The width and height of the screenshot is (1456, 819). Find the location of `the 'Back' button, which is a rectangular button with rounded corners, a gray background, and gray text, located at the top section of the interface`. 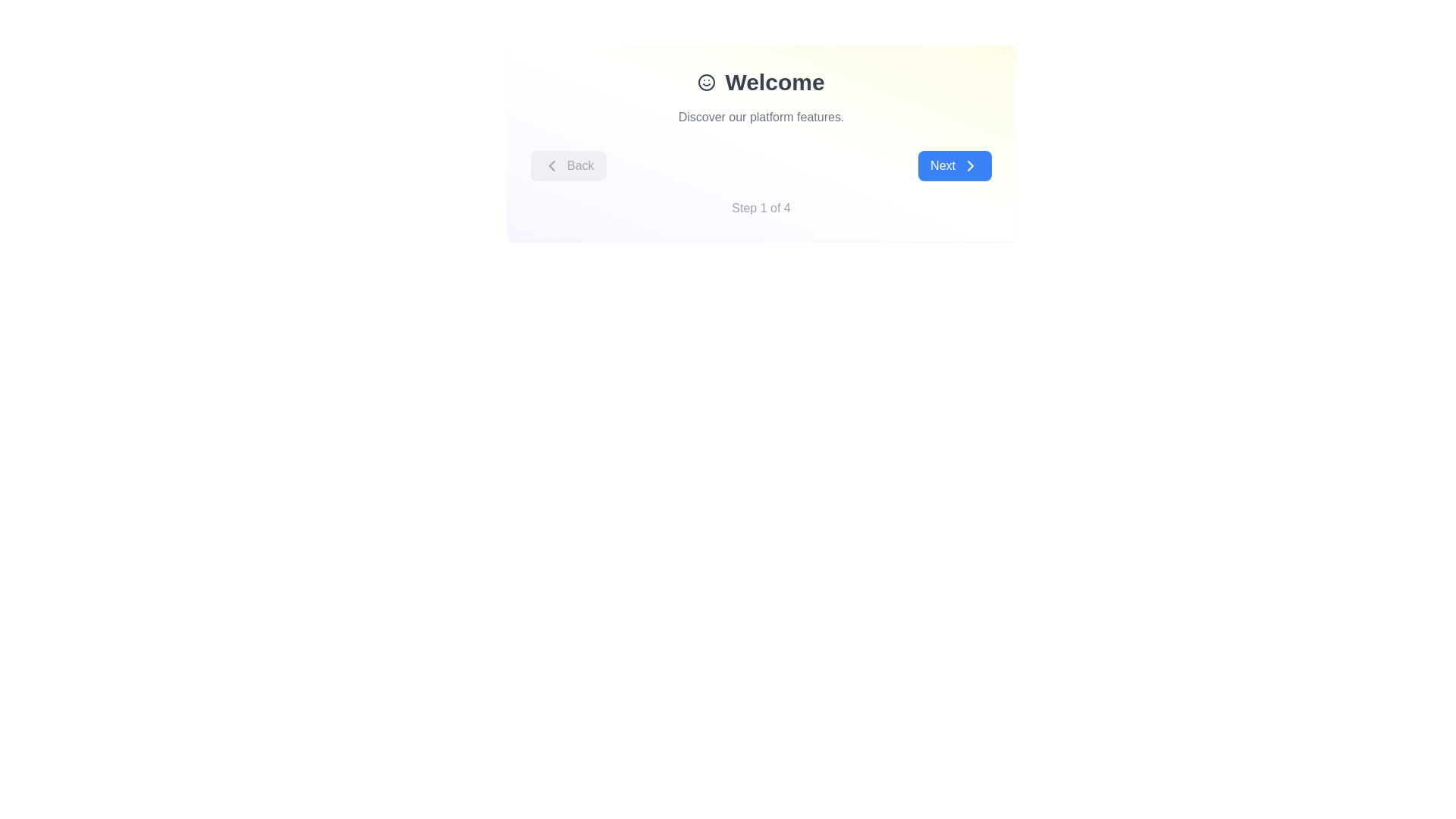

the 'Back' button, which is a rectangular button with rounded corners, a gray background, and gray text, located at the top section of the interface is located at coordinates (567, 166).